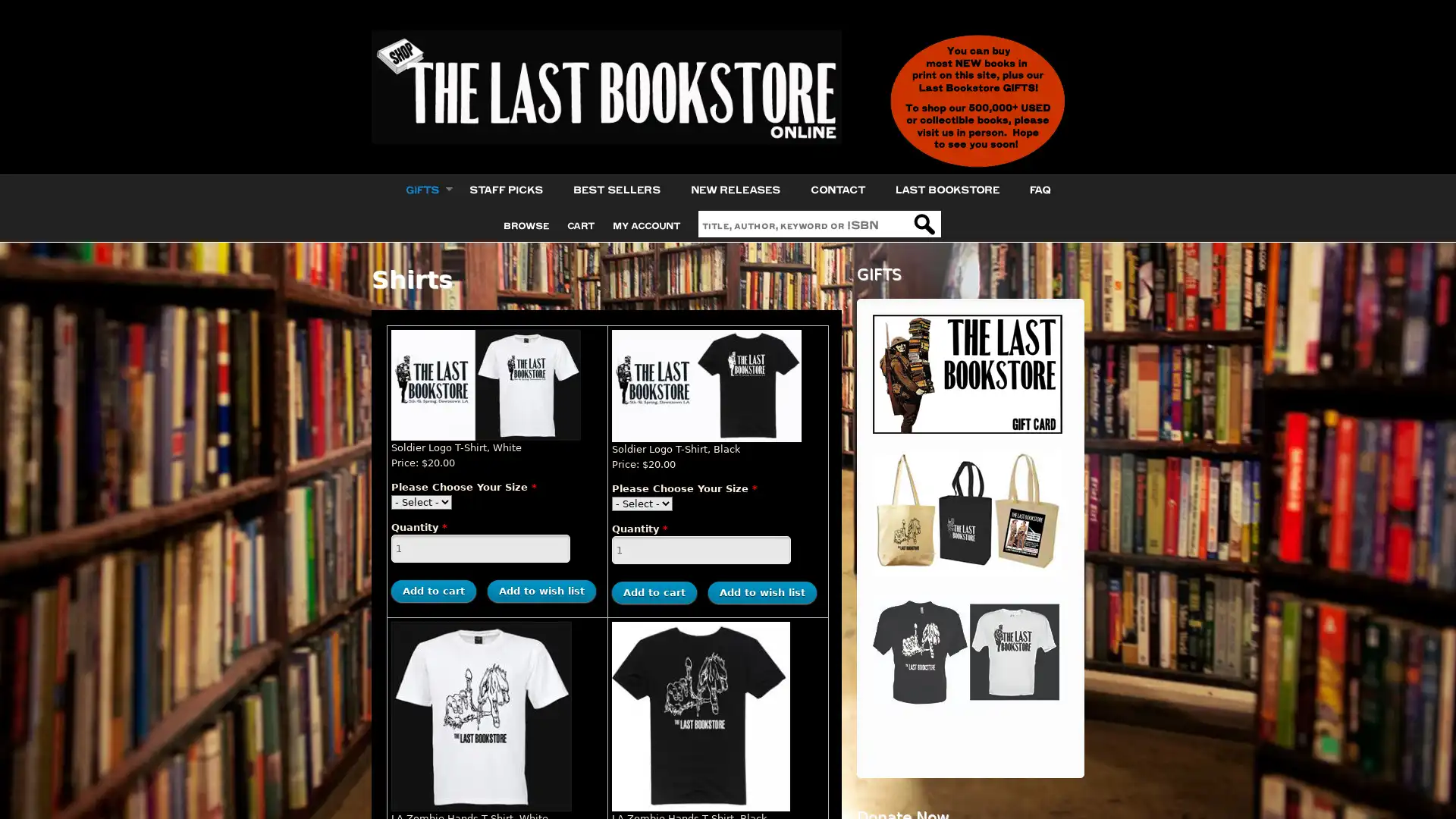  I want to click on Add to cart, so click(654, 591).